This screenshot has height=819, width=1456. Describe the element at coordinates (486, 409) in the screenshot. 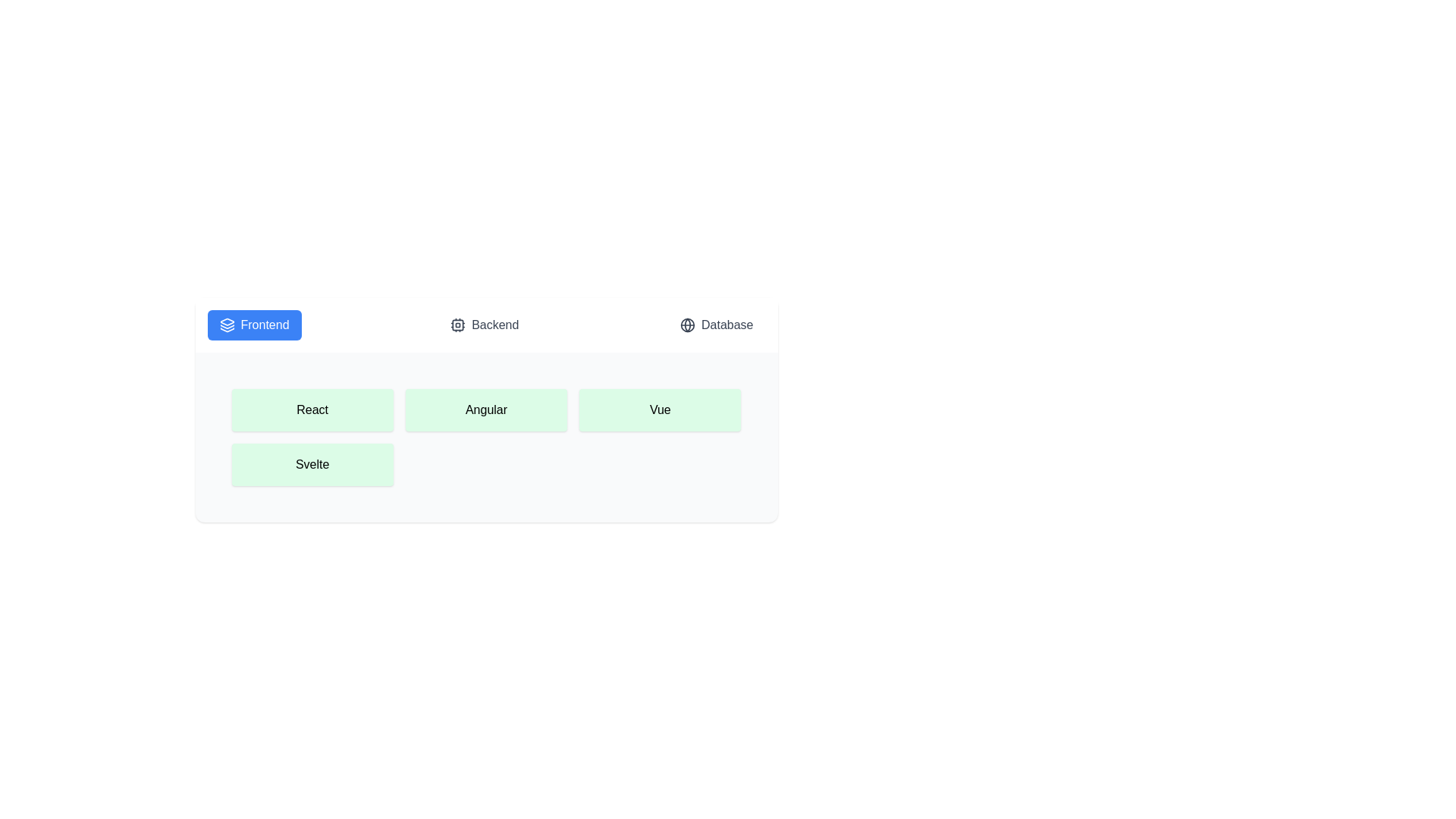

I see `the framework Angular to interact with it` at that location.